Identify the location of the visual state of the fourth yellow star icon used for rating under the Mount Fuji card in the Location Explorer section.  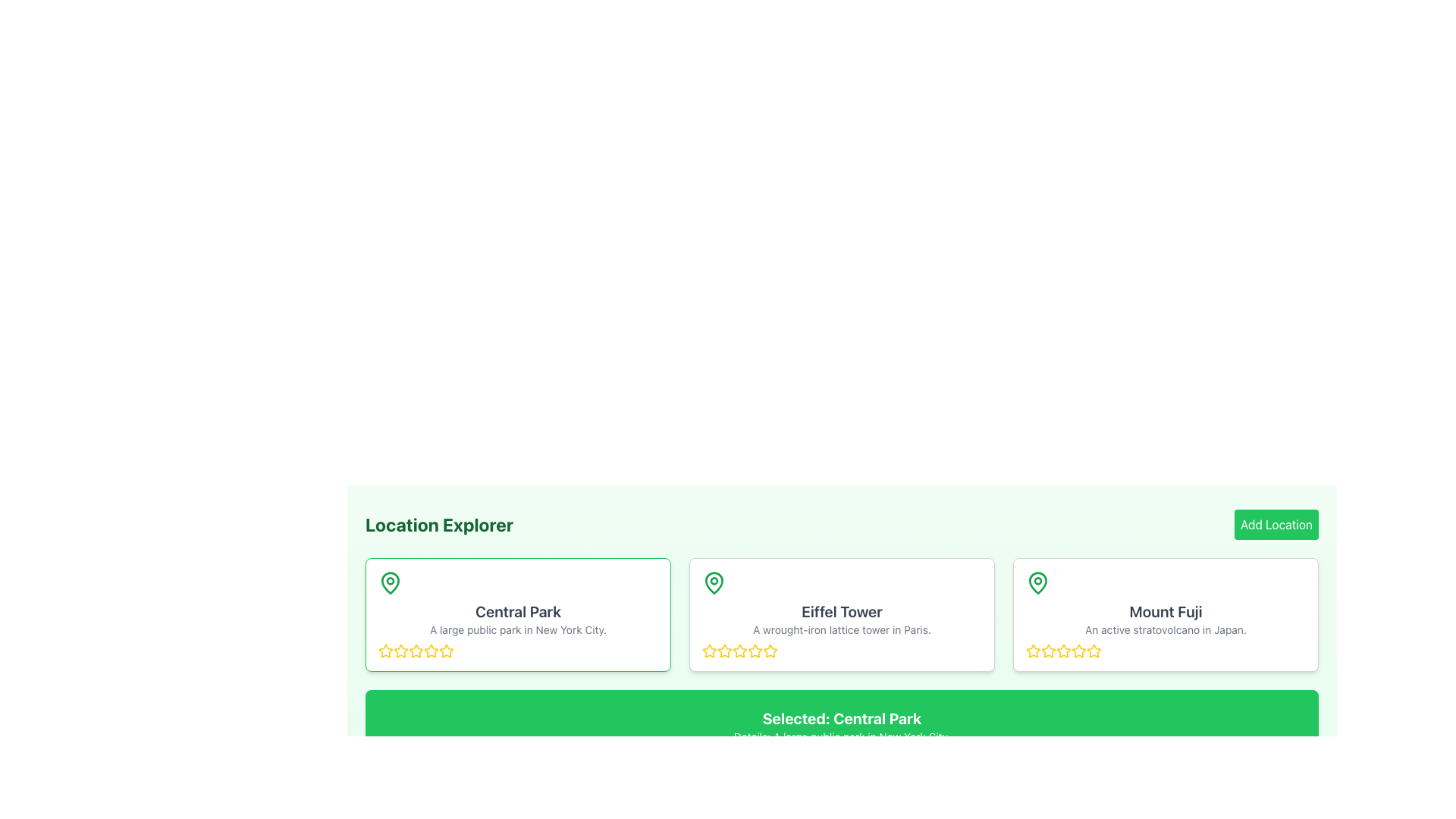
(1062, 651).